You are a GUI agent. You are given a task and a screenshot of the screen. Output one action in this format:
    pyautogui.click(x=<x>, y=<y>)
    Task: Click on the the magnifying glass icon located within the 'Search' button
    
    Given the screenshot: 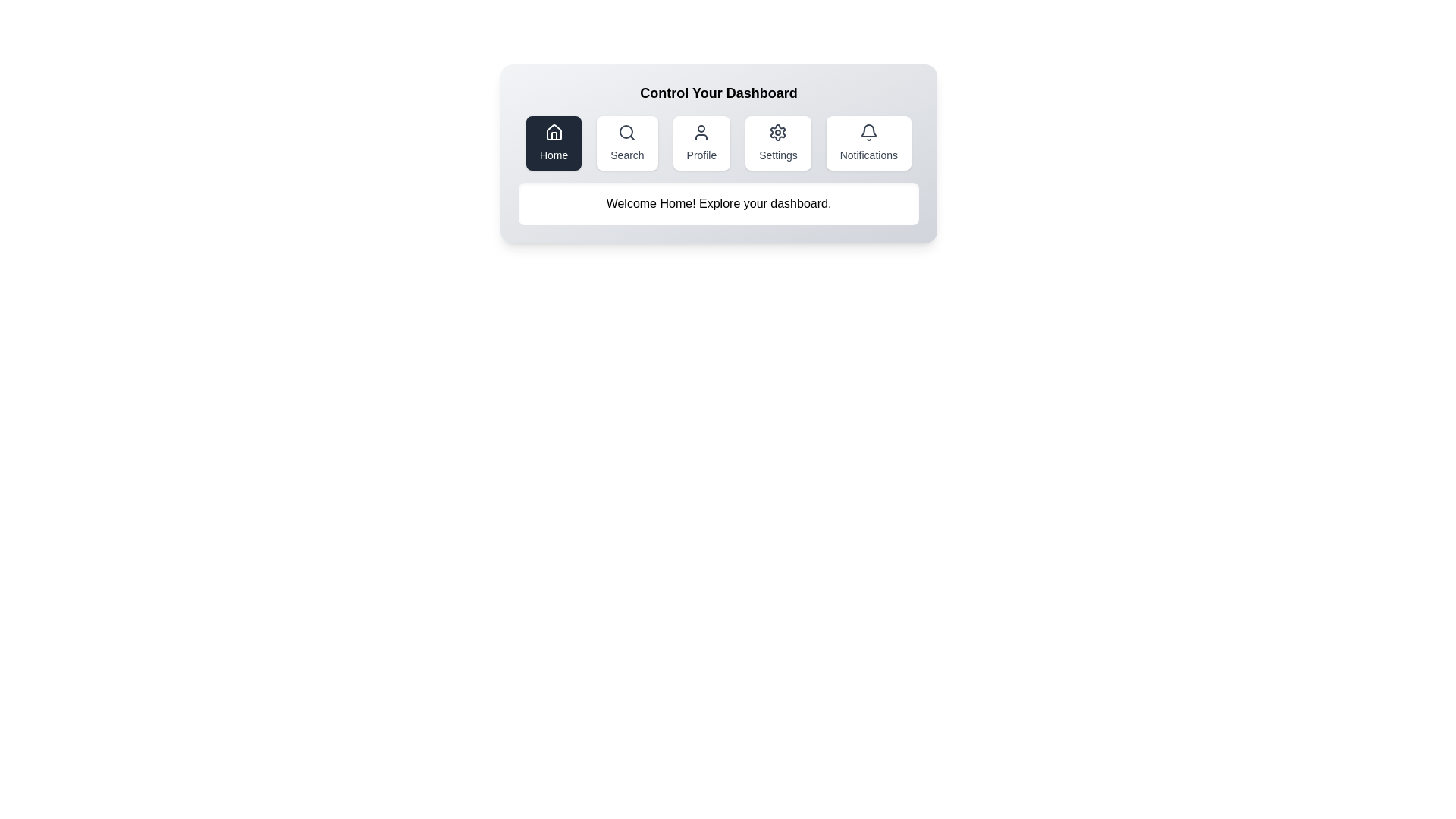 What is the action you would take?
    pyautogui.click(x=627, y=131)
    